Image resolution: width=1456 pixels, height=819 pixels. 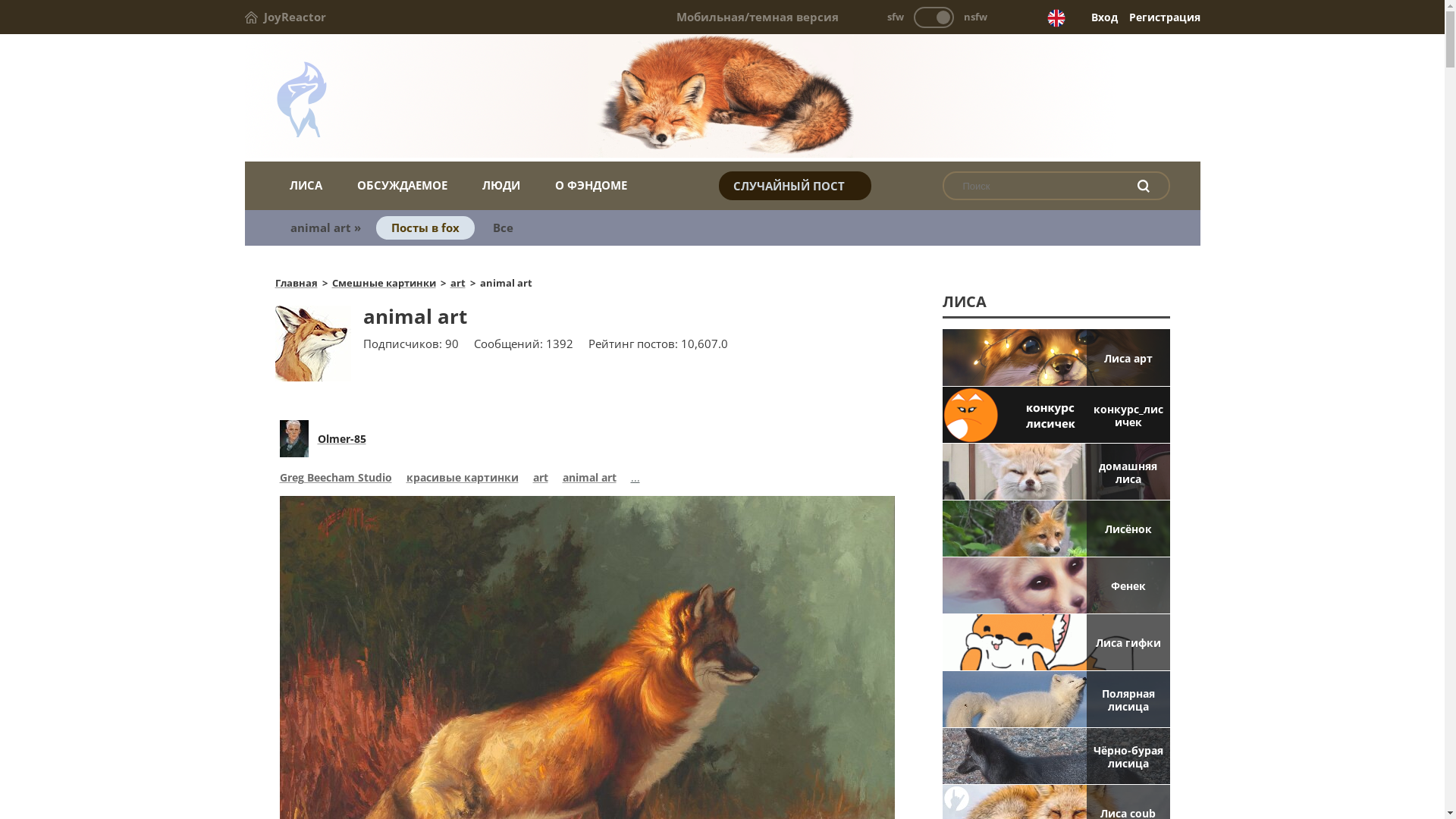 I want to click on 'JoyReactor', so click(x=284, y=17).